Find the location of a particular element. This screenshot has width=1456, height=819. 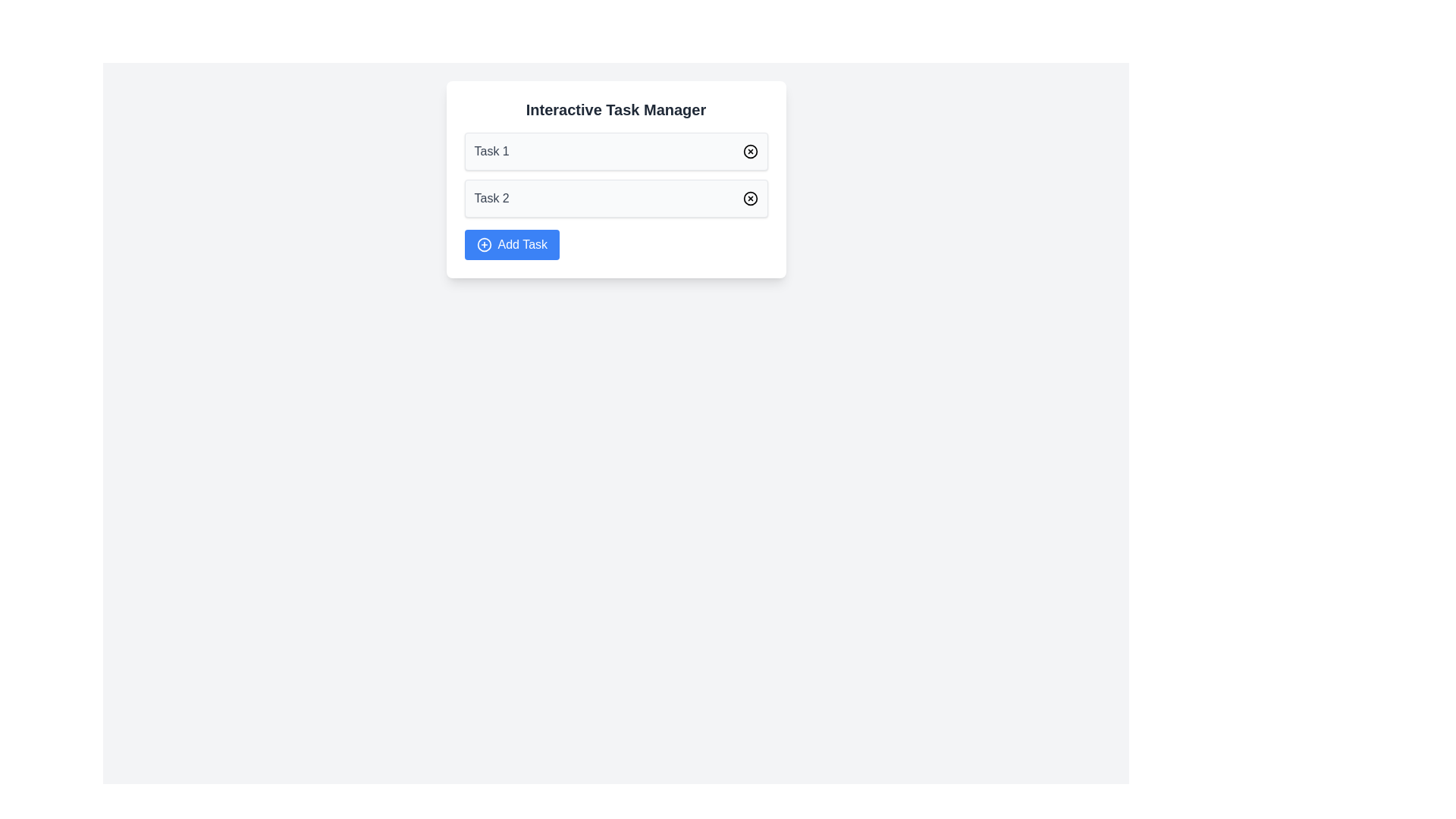

the 'Add Task' text label which is displayed in white font on a blue background, located near the center of its enclosing button, to the right of the circular '+' icon is located at coordinates (522, 244).